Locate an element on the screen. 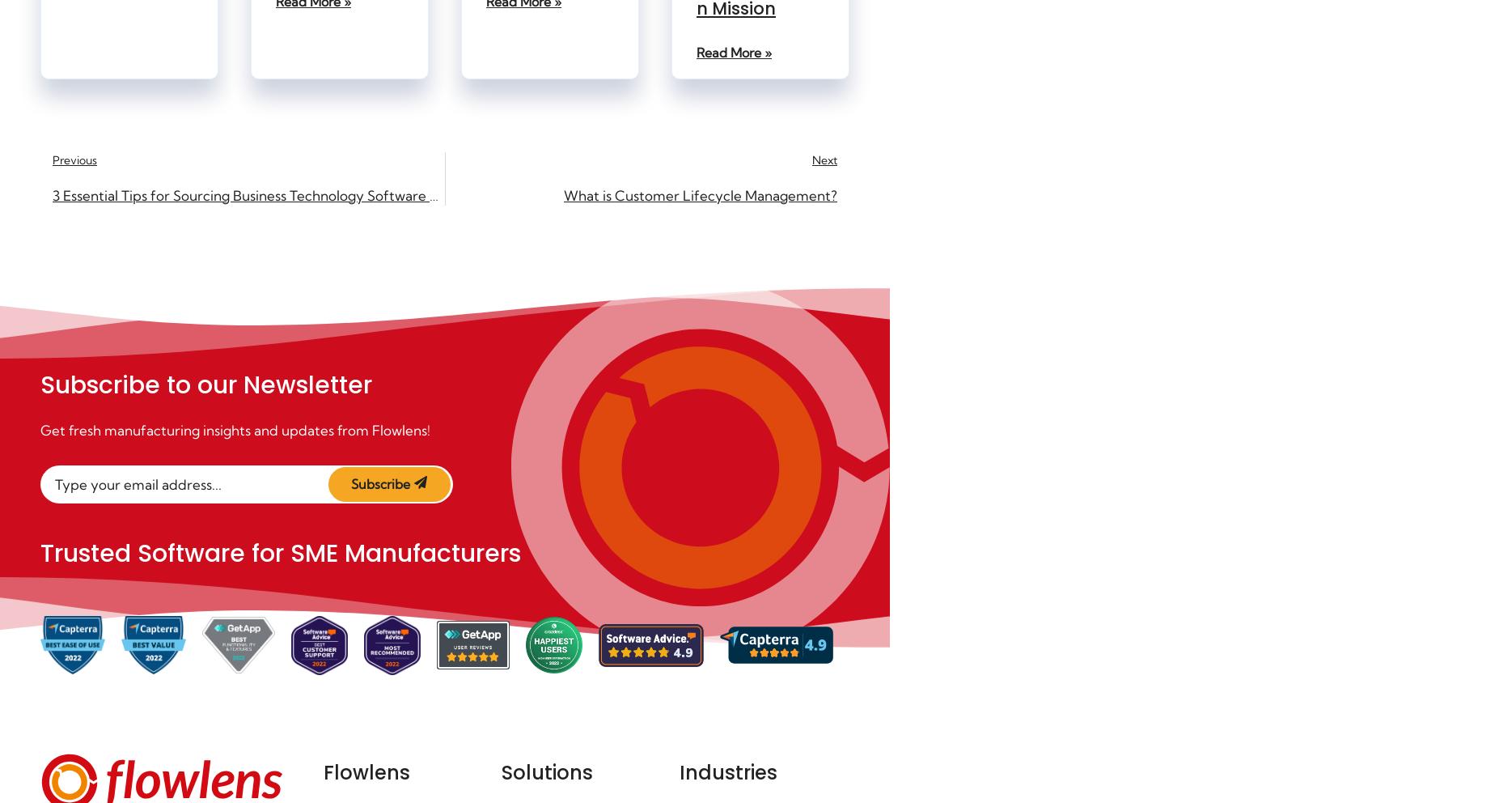 The width and height of the screenshot is (1512, 803). 'Read More »' is located at coordinates (697, 51).